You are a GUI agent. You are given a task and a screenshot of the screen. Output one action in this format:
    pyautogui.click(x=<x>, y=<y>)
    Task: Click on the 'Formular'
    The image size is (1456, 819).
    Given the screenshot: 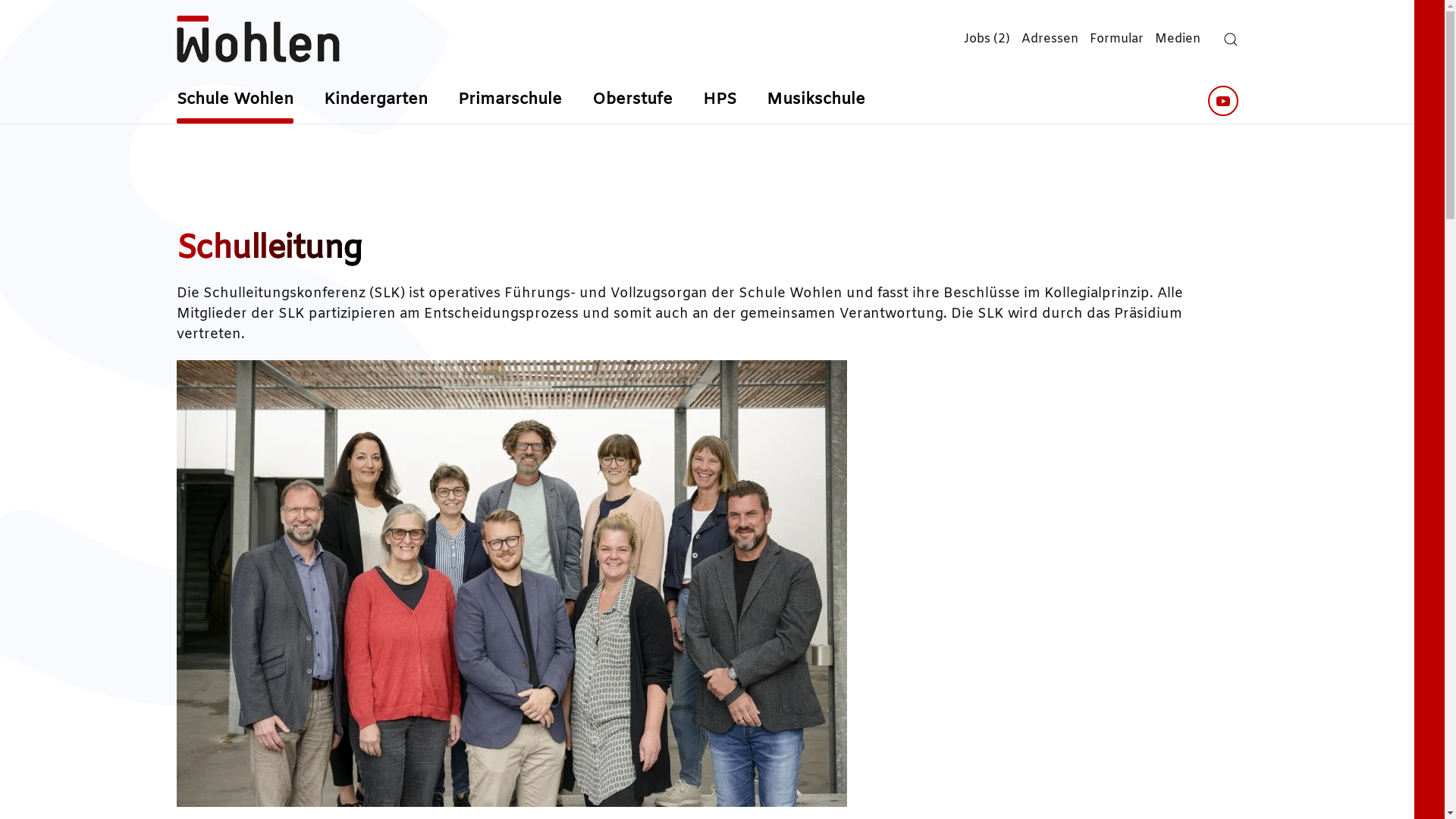 What is the action you would take?
    pyautogui.click(x=1116, y=38)
    